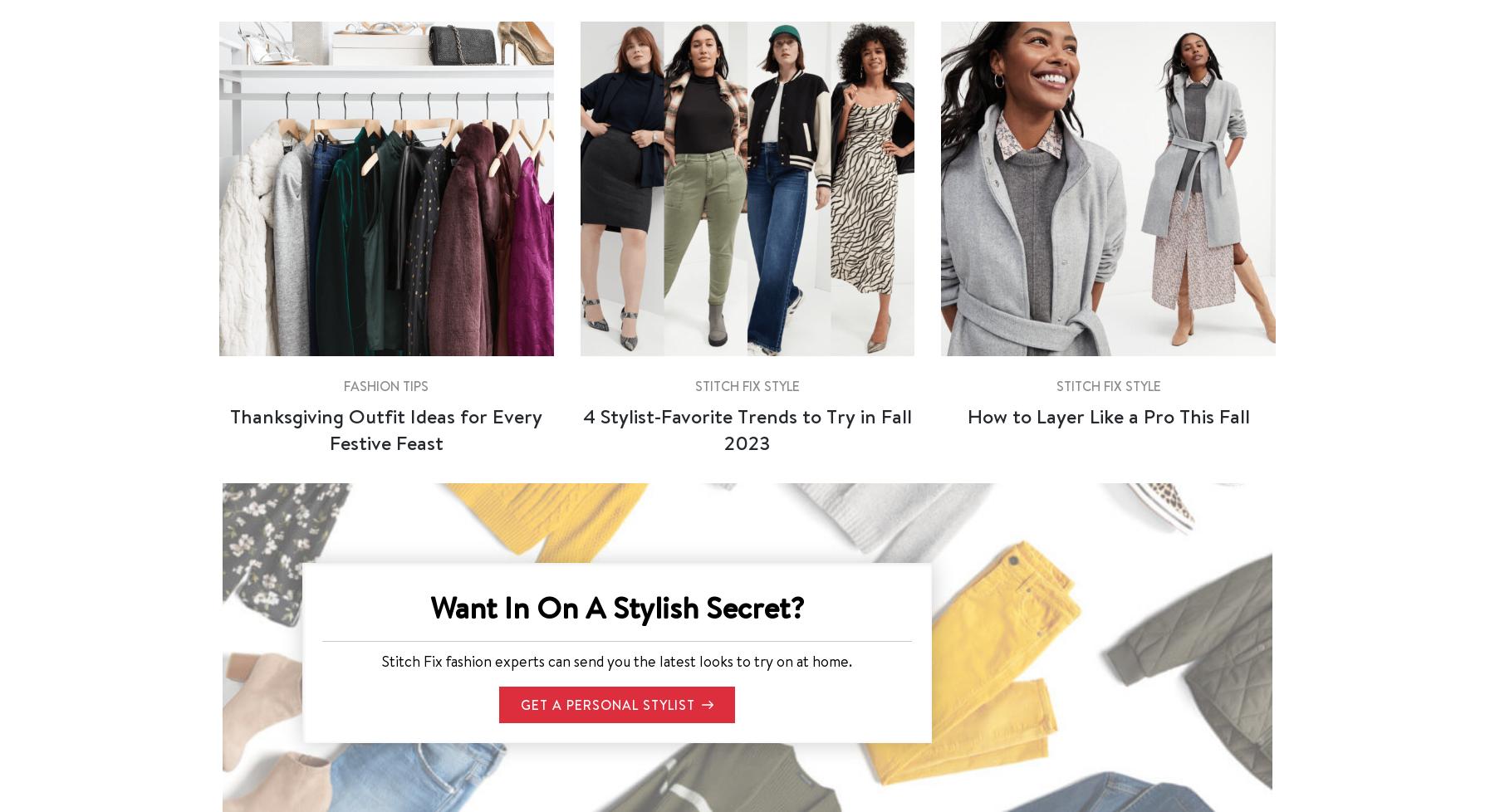 The image size is (1495, 812). What do you see at coordinates (229, 428) in the screenshot?
I see `'Thanksgiving Outfit Ideas for Every Festive Feast'` at bounding box center [229, 428].